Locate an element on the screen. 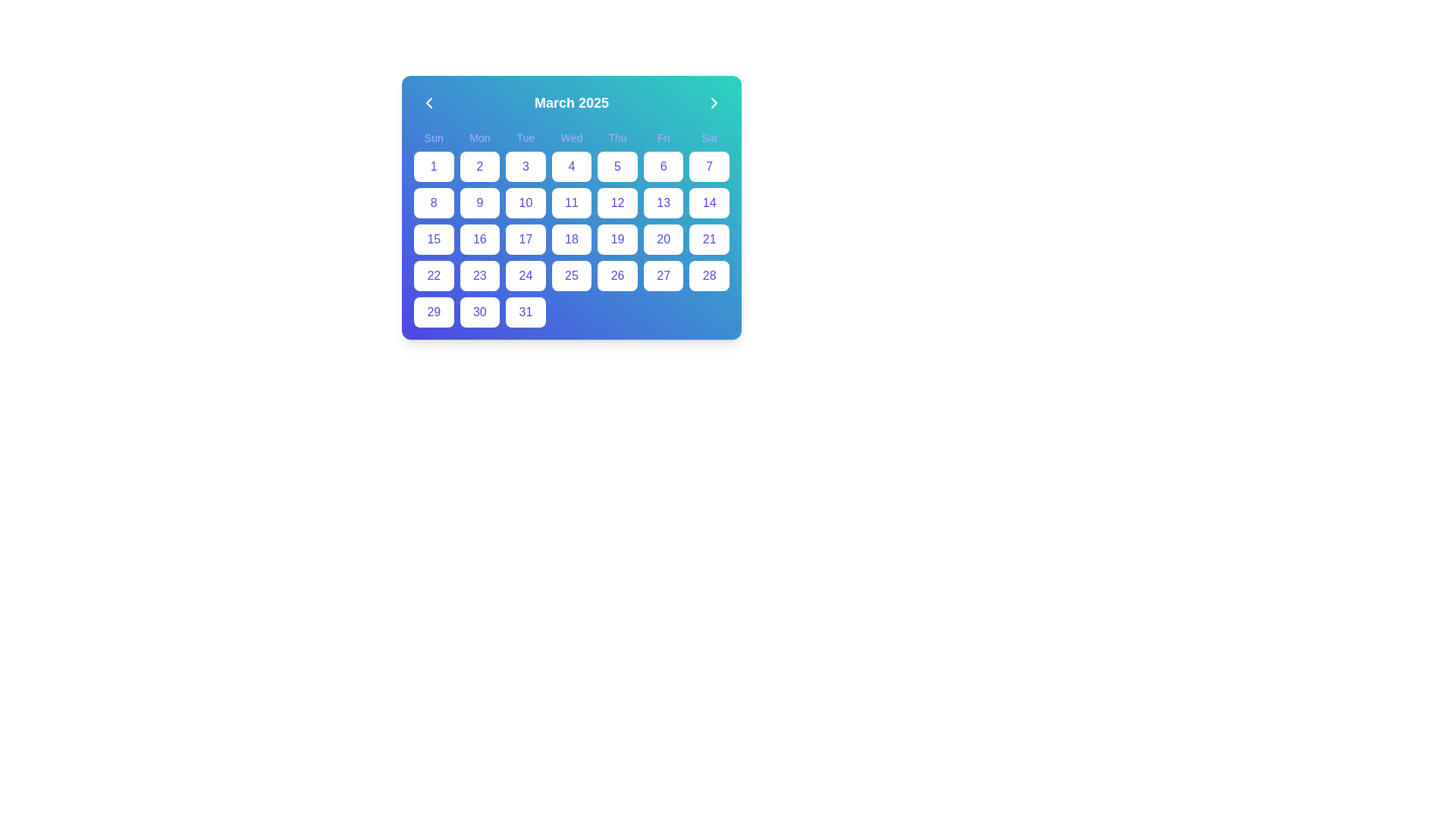 The image size is (1456, 819). the Text Label that indicates the currently selected month and year in the calendar interface, located at the top and horizontally centered is located at coordinates (570, 102).